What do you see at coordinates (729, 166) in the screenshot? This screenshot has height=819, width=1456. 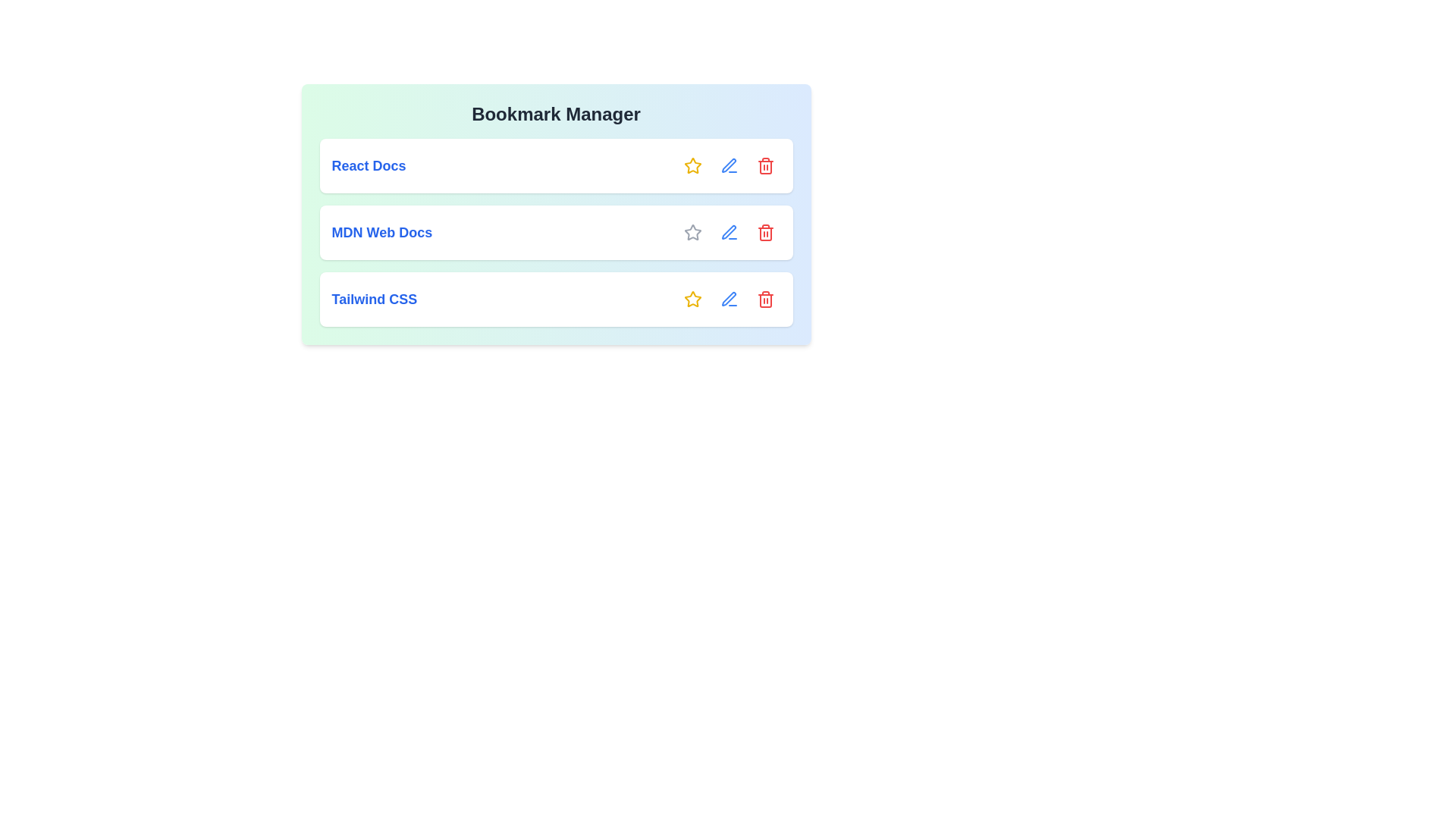 I see `the interactive element React Docs Edit to reveal its hover state` at bounding box center [729, 166].